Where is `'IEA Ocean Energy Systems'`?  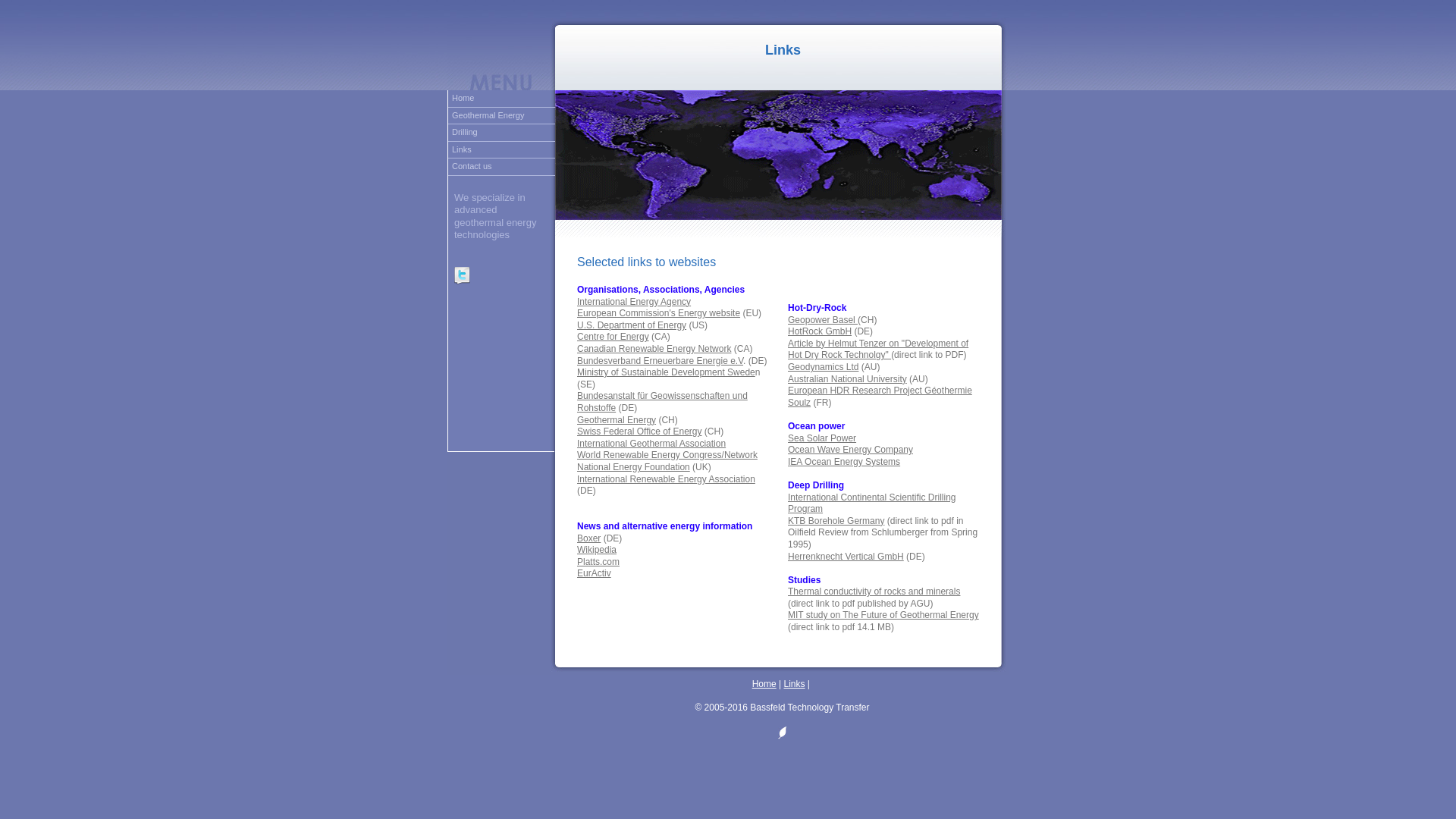
'IEA Ocean Energy Systems' is located at coordinates (843, 461).